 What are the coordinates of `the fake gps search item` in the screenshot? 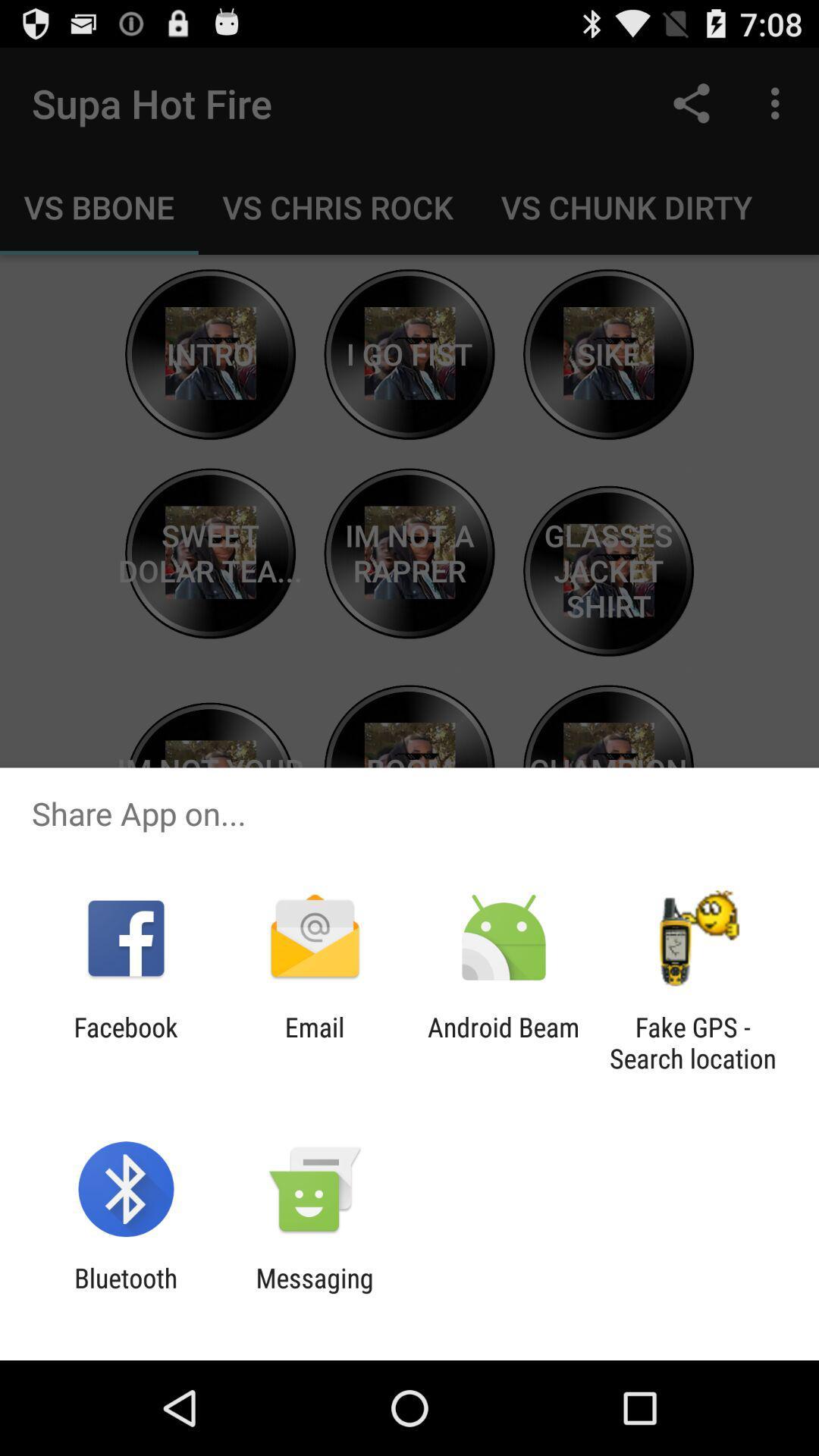 It's located at (692, 1042).